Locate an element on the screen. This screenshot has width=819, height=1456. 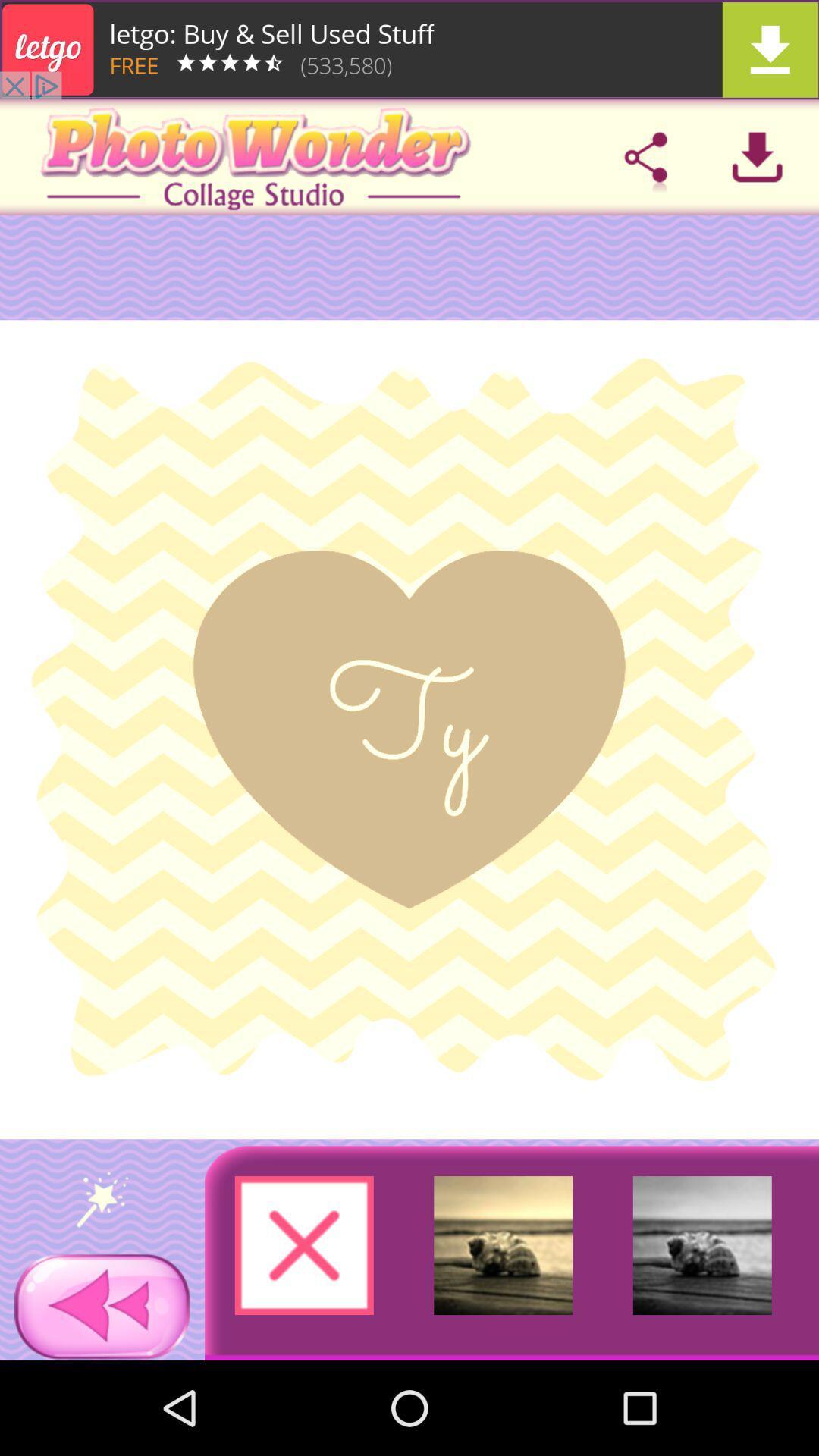
share the image is located at coordinates (645, 157).